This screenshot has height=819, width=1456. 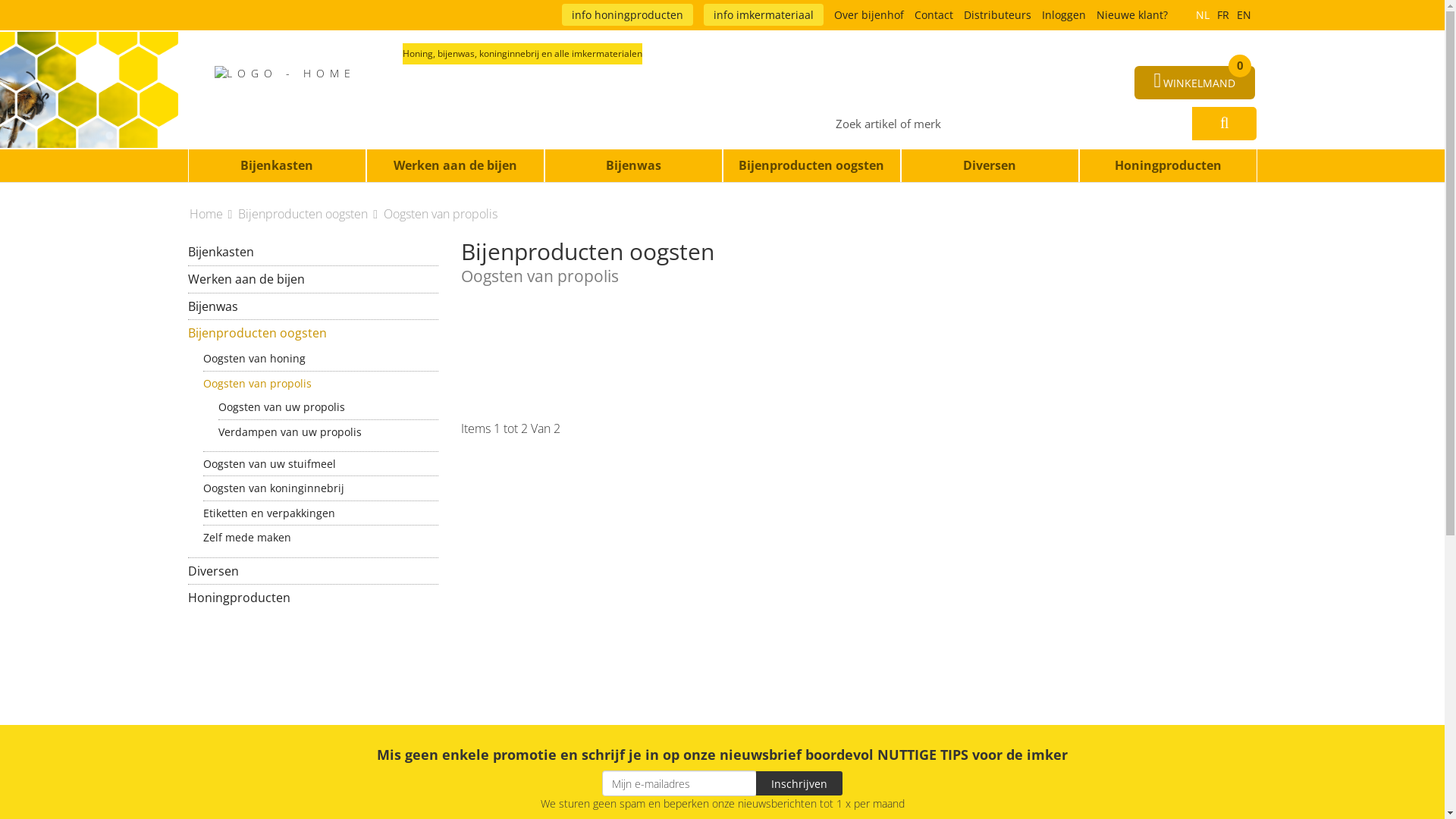 What do you see at coordinates (319, 488) in the screenshot?
I see `'Oogsten van koninginnebrij'` at bounding box center [319, 488].